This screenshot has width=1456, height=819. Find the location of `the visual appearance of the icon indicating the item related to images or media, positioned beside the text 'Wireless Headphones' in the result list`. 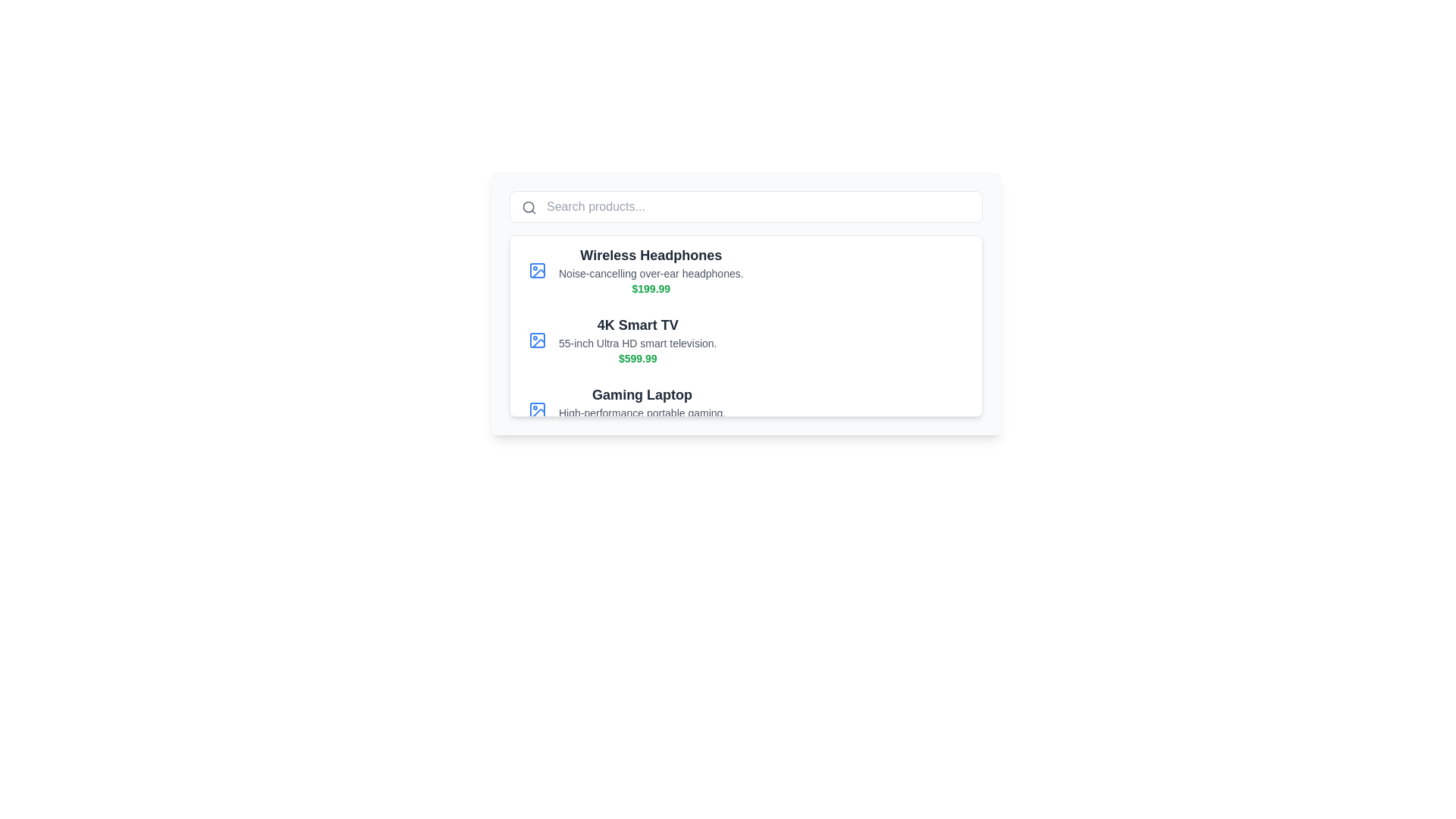

the visual appearance of the icon indicating the item related to images or media, positioned beside the text 'Wireless Headphones' in the result list is located at coordinates (538, 270).